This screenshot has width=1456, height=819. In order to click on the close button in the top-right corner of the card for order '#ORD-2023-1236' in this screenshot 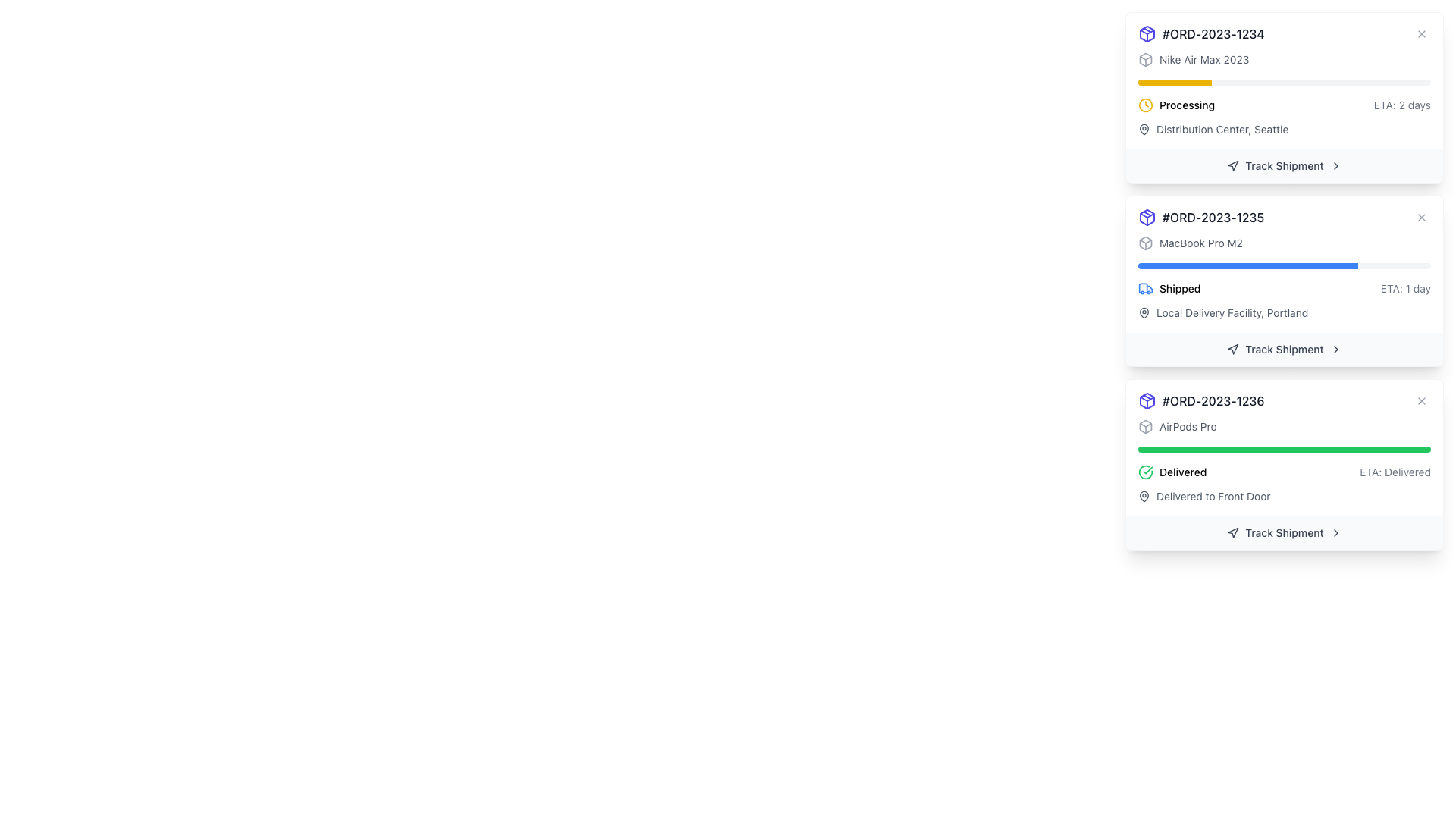, I will do `click(1421, 400)`.